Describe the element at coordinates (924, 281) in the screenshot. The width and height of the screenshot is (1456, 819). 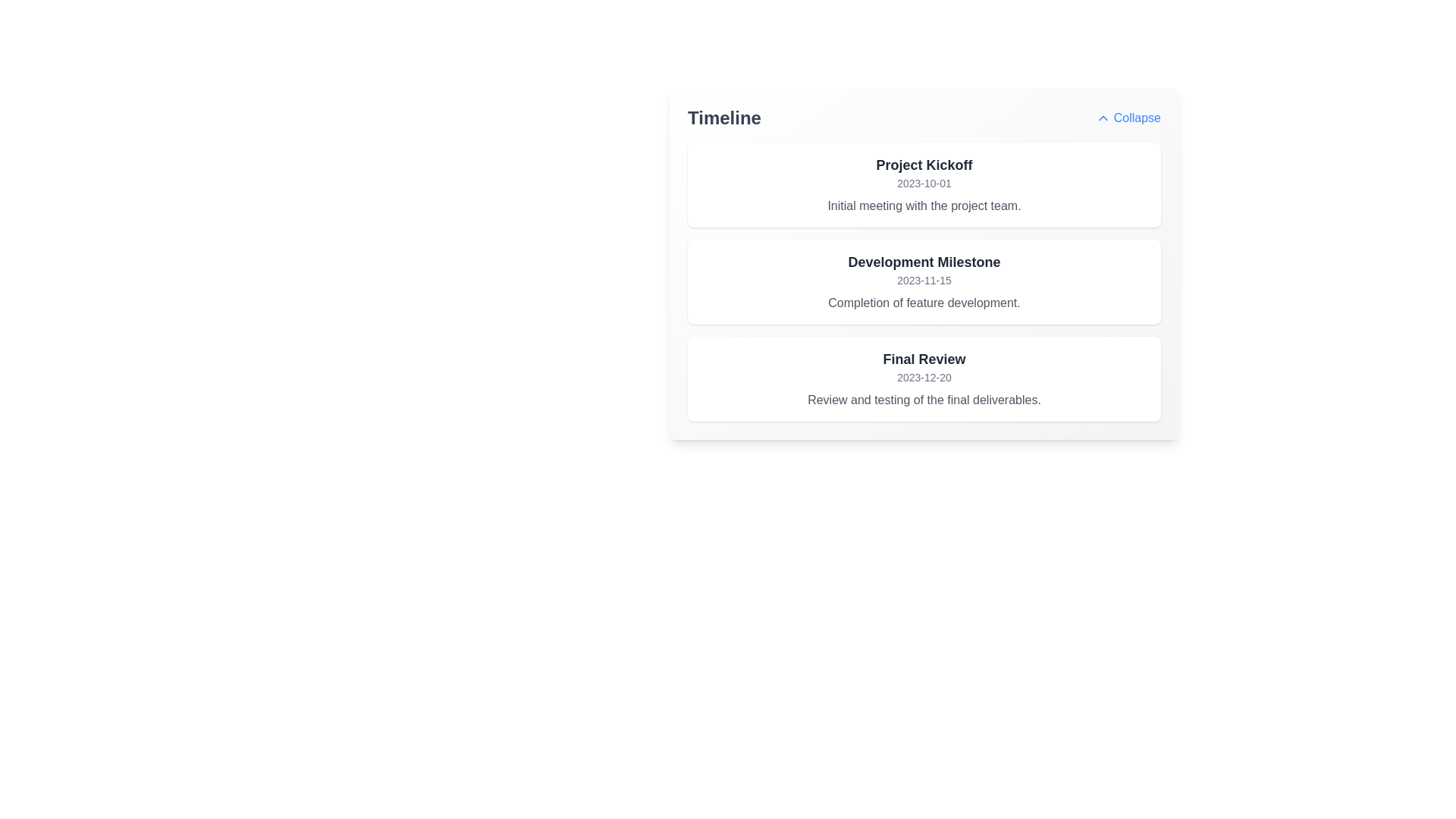
I see `the label displaying the date '2023-11-15' in gray font, located within the 'Development Milestone' card` at that location.